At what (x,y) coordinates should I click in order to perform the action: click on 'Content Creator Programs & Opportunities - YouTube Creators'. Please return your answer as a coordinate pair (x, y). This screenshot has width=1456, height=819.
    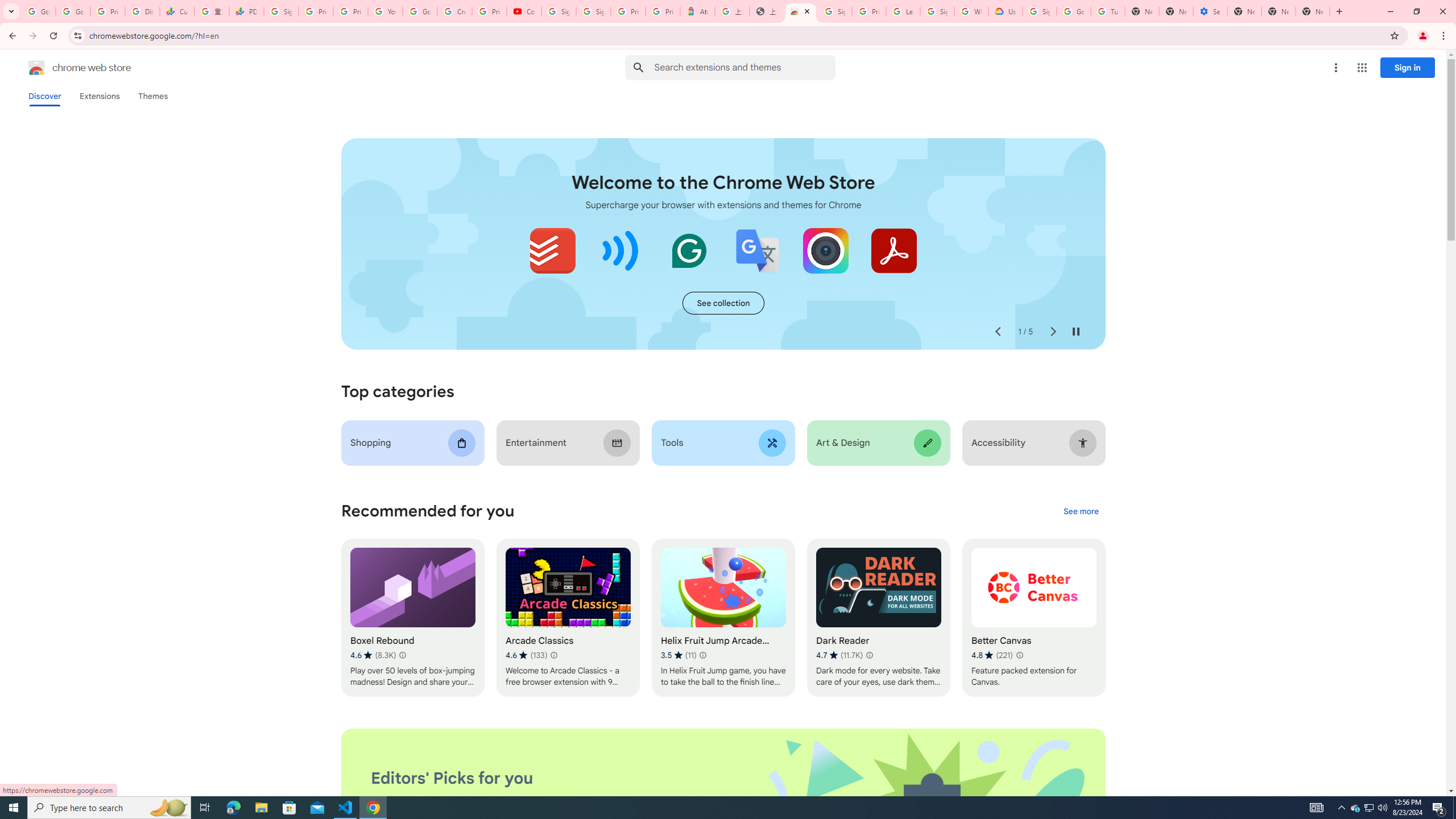
    Looking at the image, I should click on (524, 11).